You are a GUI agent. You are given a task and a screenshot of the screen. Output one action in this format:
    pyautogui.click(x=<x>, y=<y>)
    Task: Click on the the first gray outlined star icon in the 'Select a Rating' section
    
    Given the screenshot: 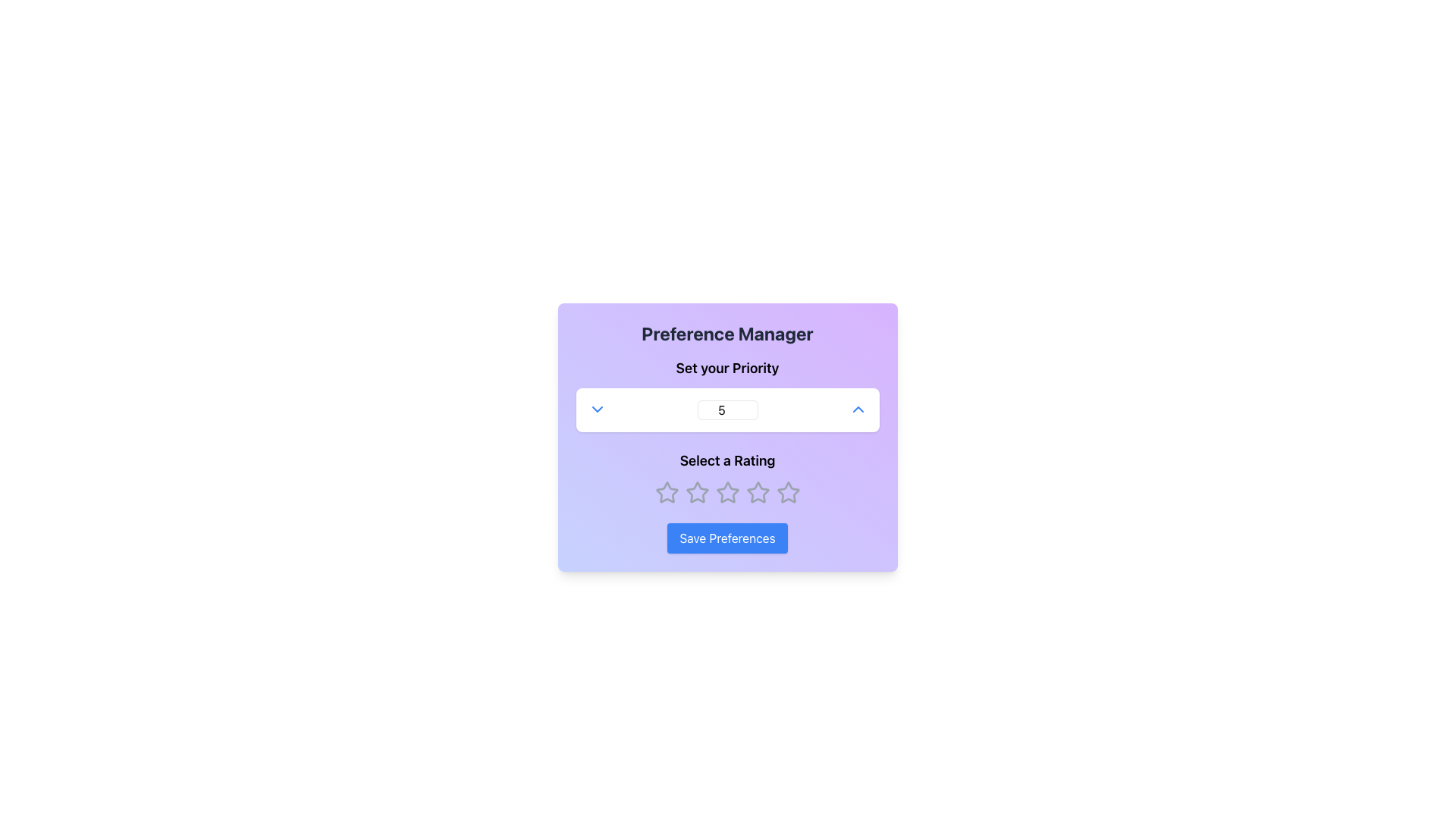 What is the action you would take?
    pyautogui.click(x=667, y=492)
    